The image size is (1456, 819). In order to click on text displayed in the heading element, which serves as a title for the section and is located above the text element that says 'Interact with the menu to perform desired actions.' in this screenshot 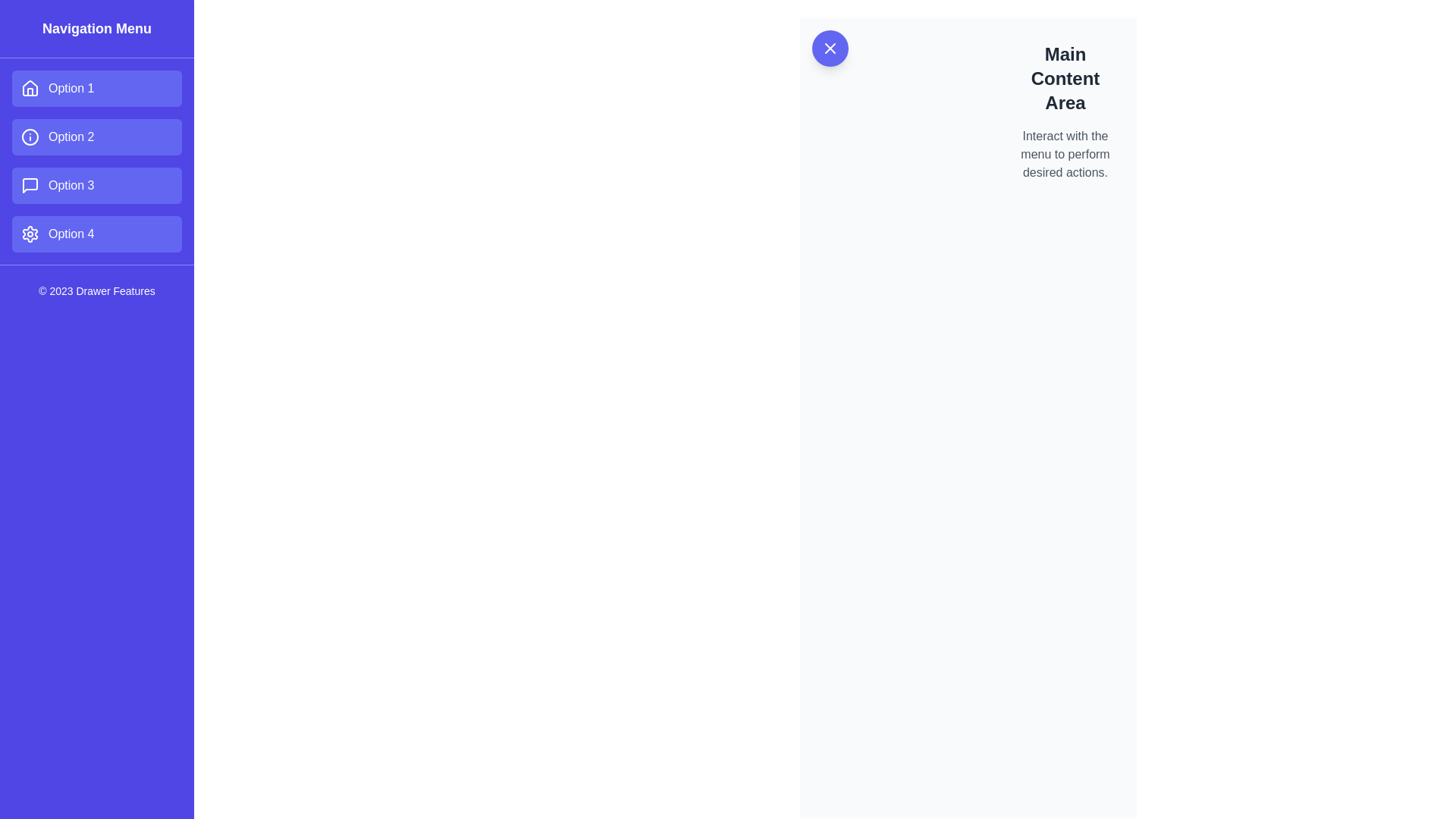, I will do `click(1065, 79)`.